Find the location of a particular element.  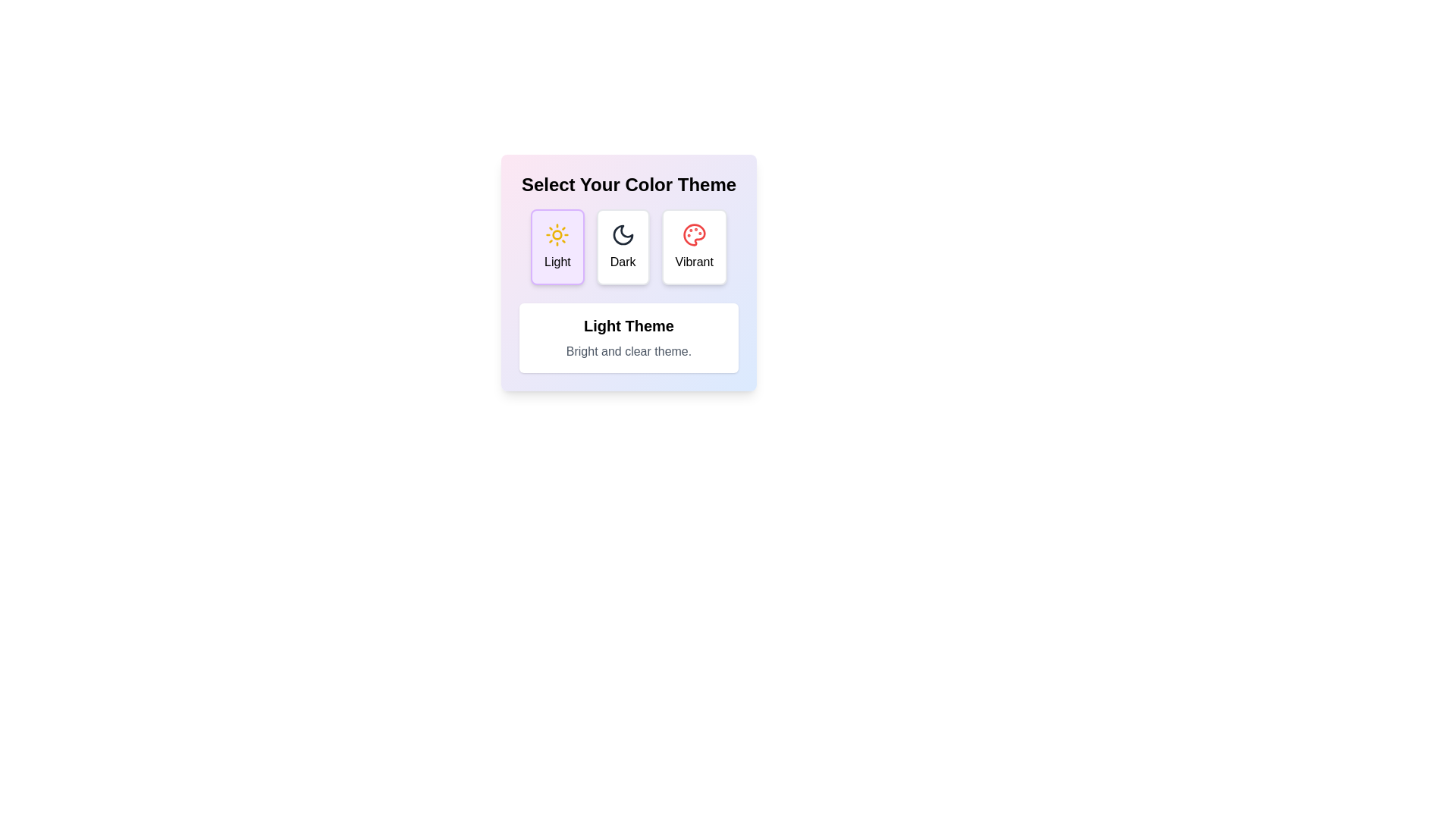

text from the label displaying the word 'Vibrant', which is centrally positioned below the vibrancy icon on the third card in the color theme options is located at coordinates (693, 262).